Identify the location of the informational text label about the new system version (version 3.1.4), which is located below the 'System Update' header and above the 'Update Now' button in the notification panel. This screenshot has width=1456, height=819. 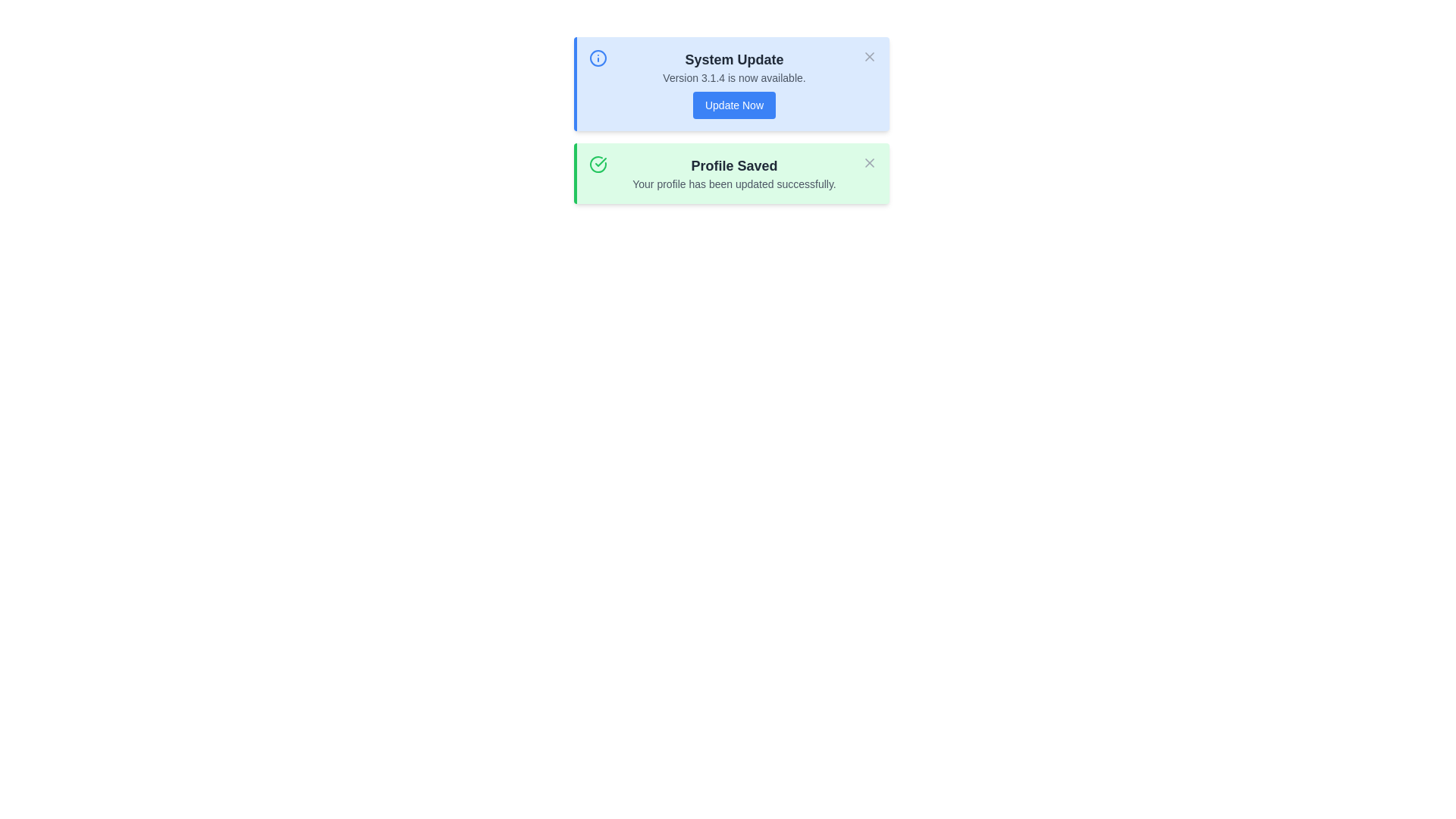
(734, 78).